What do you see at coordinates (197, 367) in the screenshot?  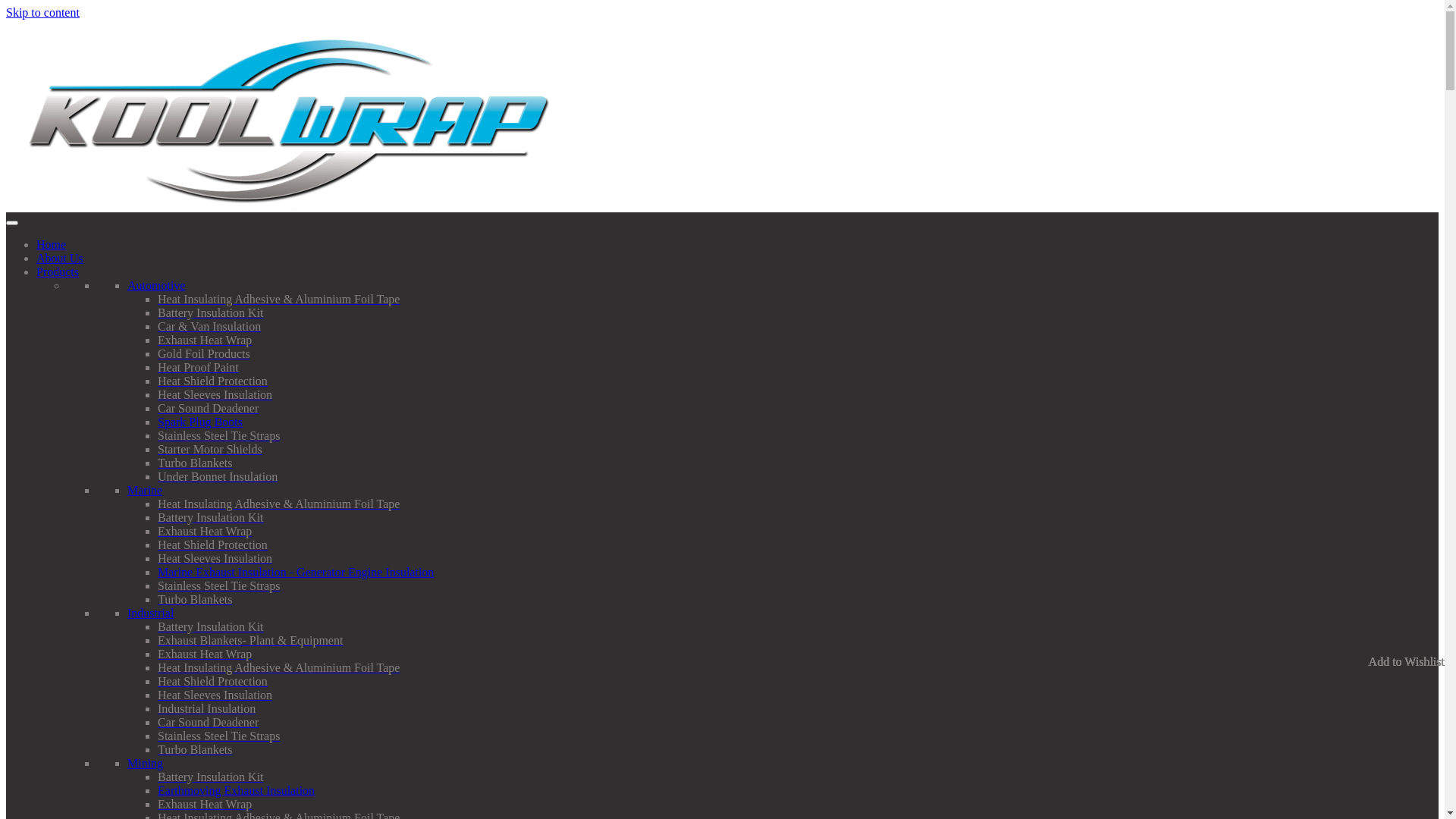 I see `'Heat Proof Paint'` at bounding box center [197, 367].